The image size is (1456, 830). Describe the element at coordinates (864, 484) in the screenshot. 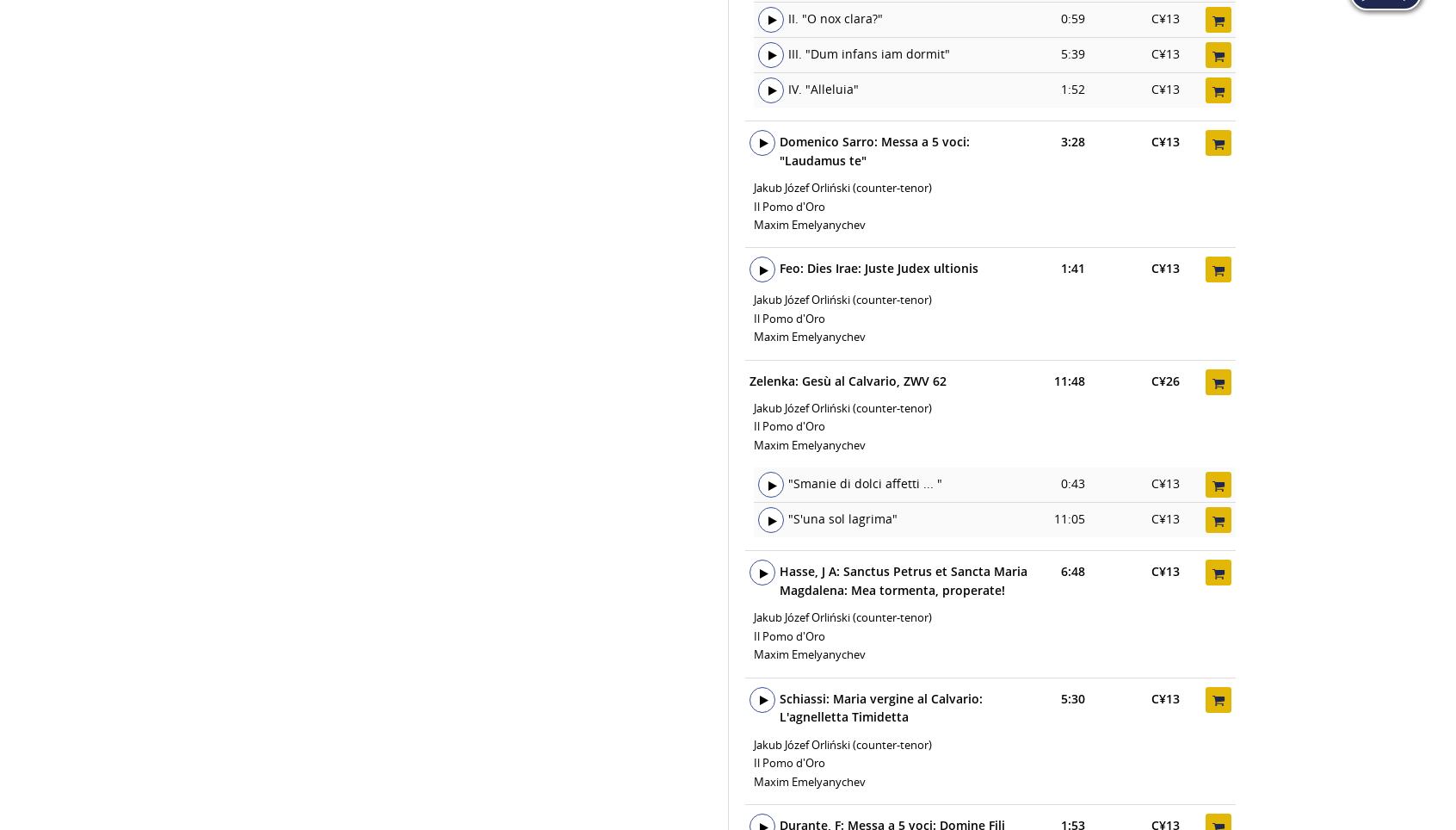

I see `'"Smanie di dolci affetti ... "'` at that location.